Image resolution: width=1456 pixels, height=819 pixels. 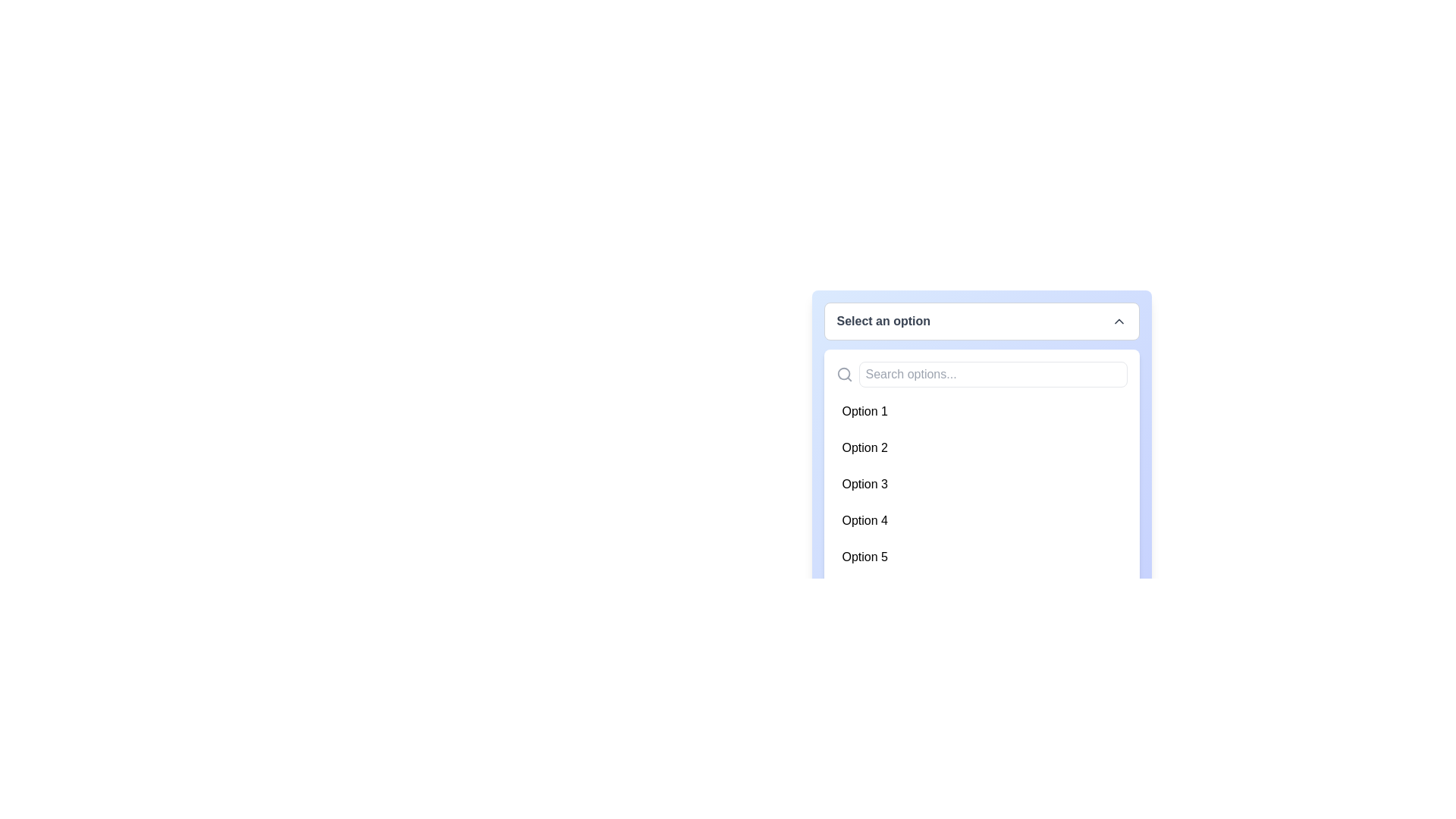 What do you see at coordinates (864, 557) in the screenshot?
I see `the fifth selectable option in the dropdown menu` at bounding box center [864, 557].